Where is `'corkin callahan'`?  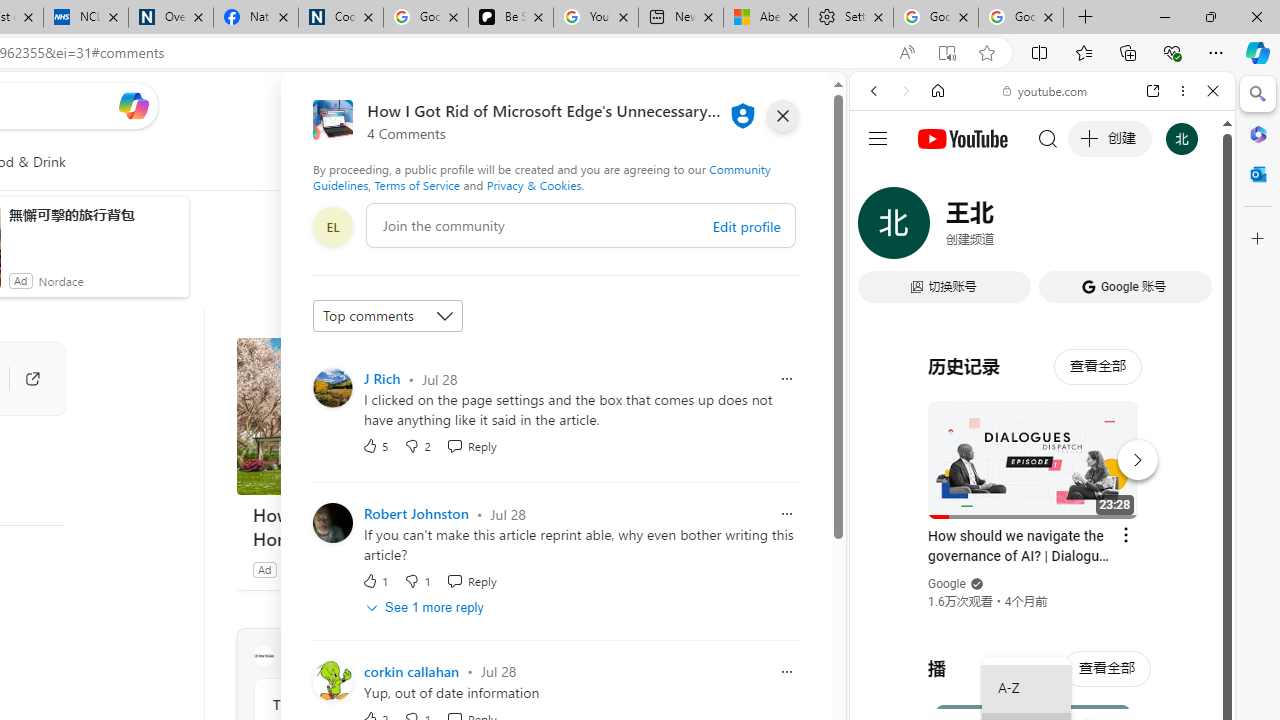 'corkin callahan' is located at coordinates (410, 671).